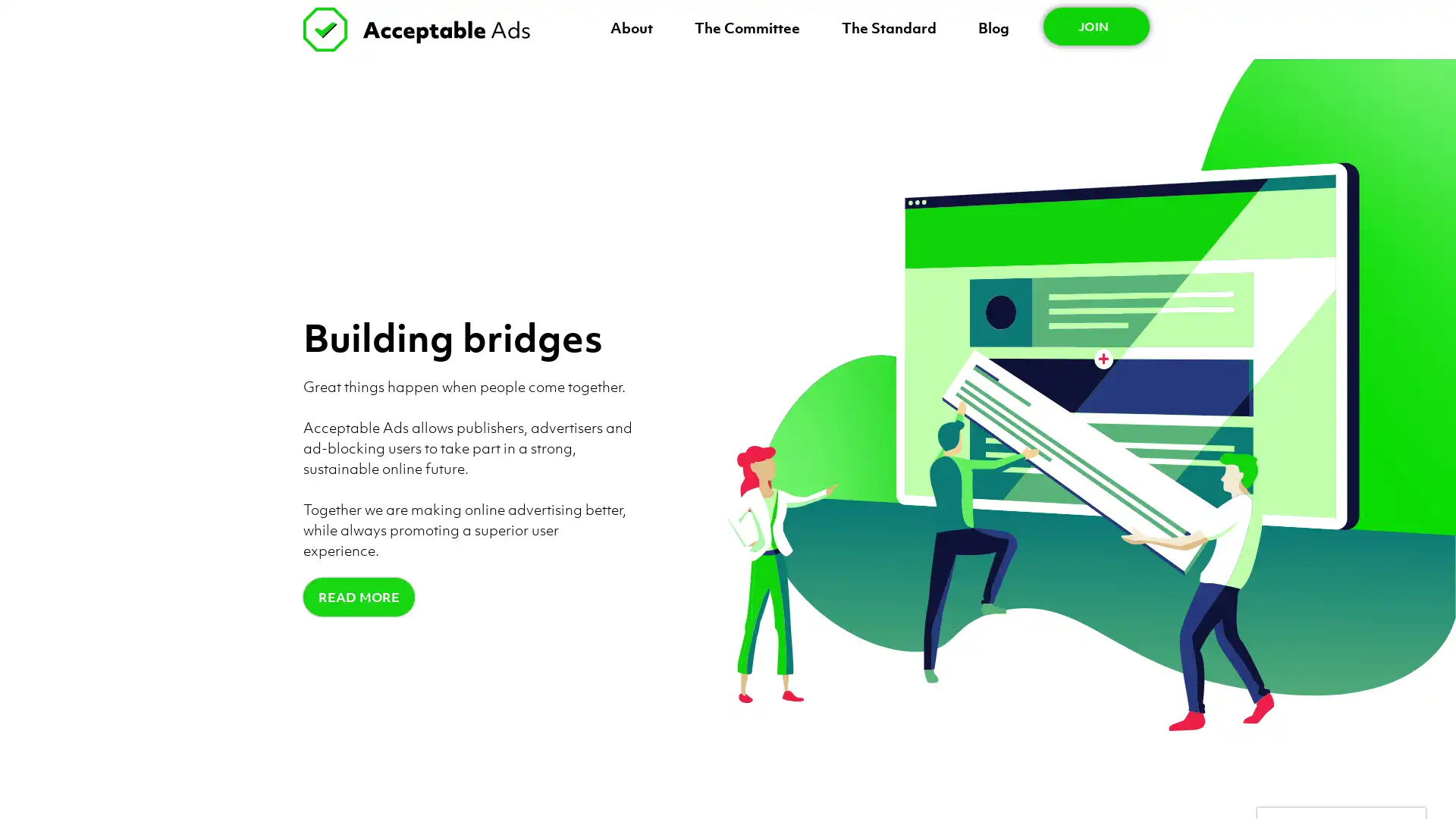 The image size is (1456, 819). What do you see at coordinates (1095, 26) in the screenshot?
I see `JOIN` at bounding box center [1095, 26].